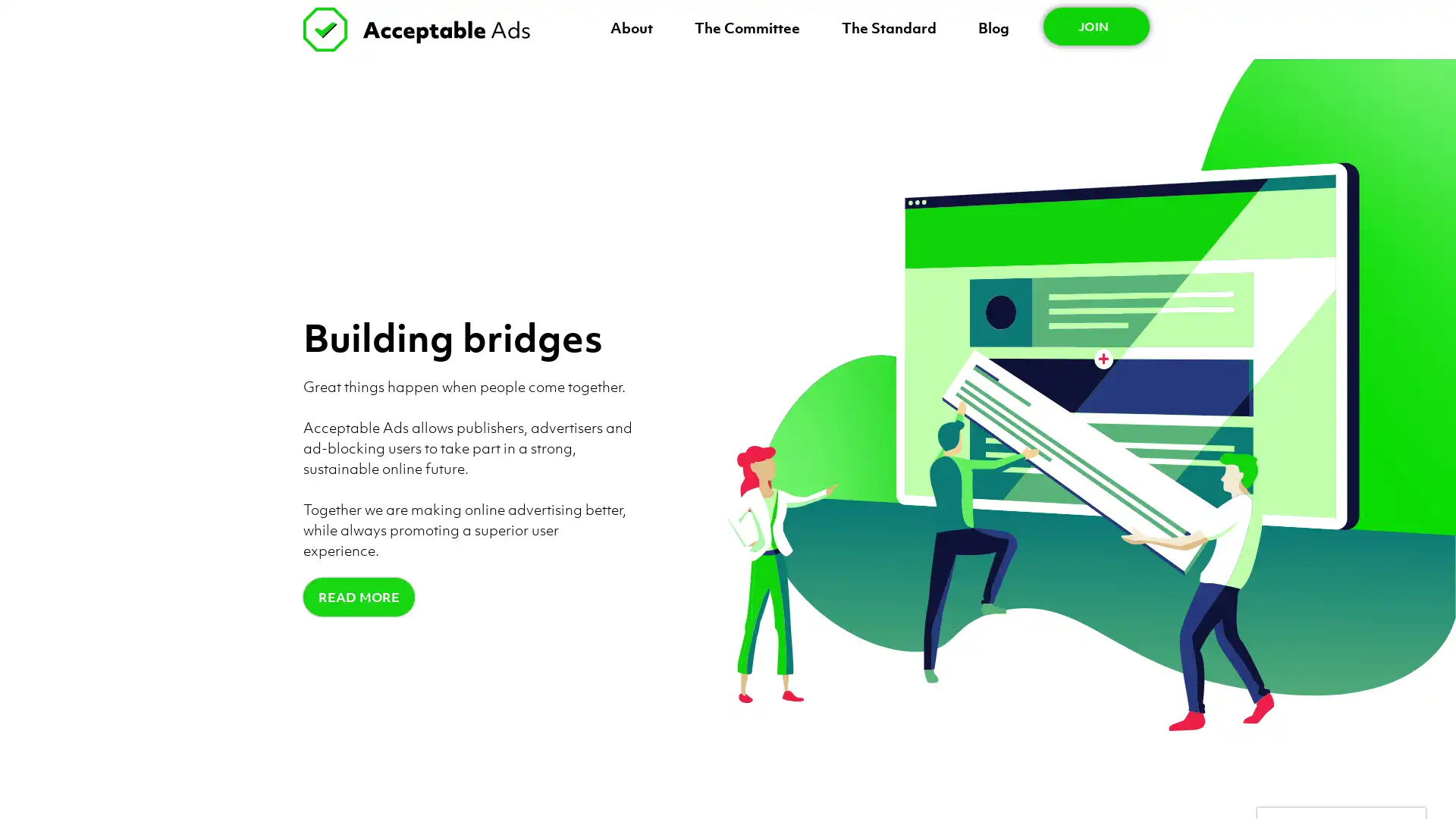 The image size is (1456, 819). What do you see at coordinates (1095, 26) in the screenshot?
I see `JOIN` at bounding box center [1095, 26].